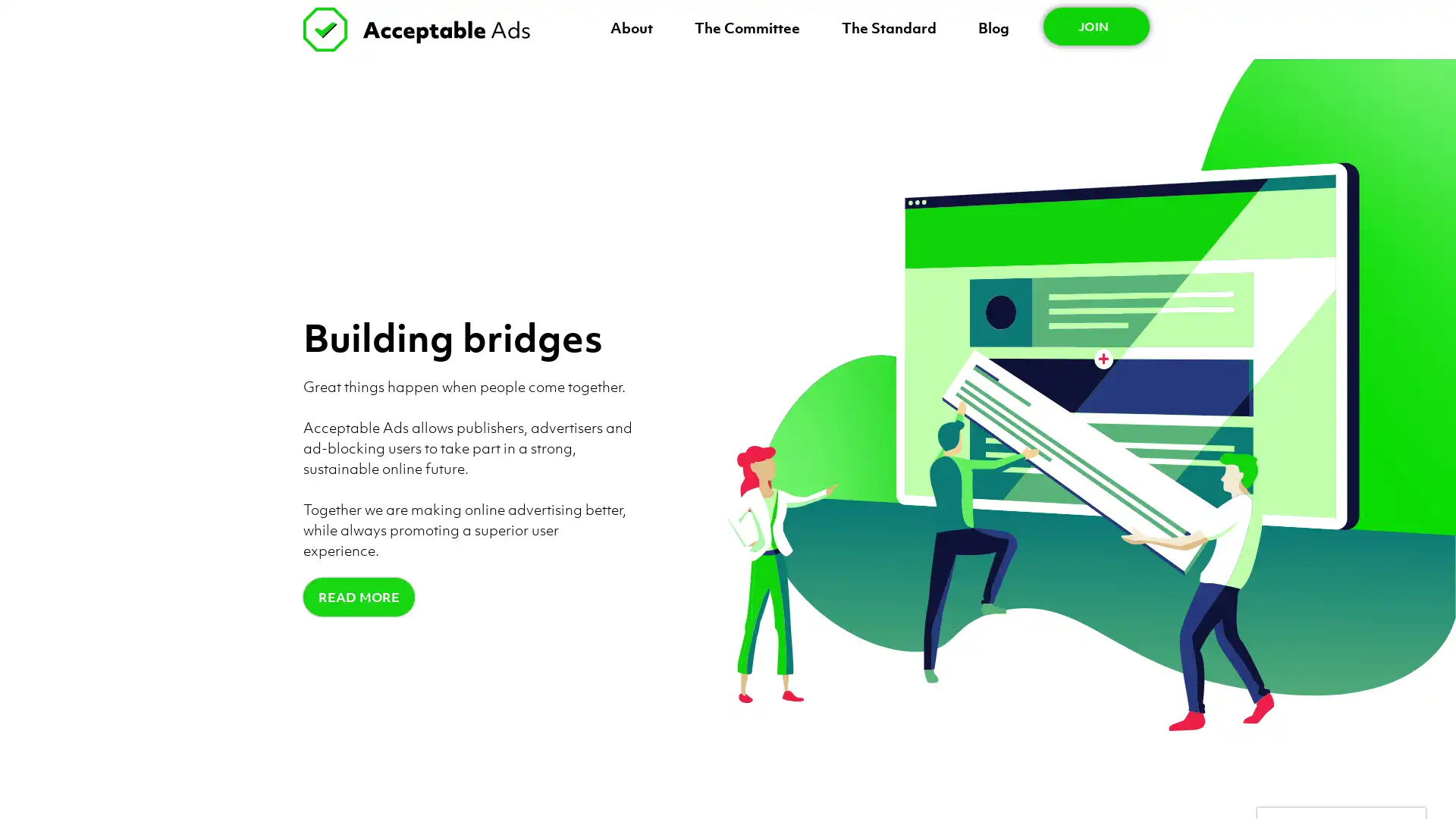 The image size is (1456, 819). What do you see at coordinates (1095, 26) in the screenshot?
I see `JOIN` at bounding box center [1095, 26].